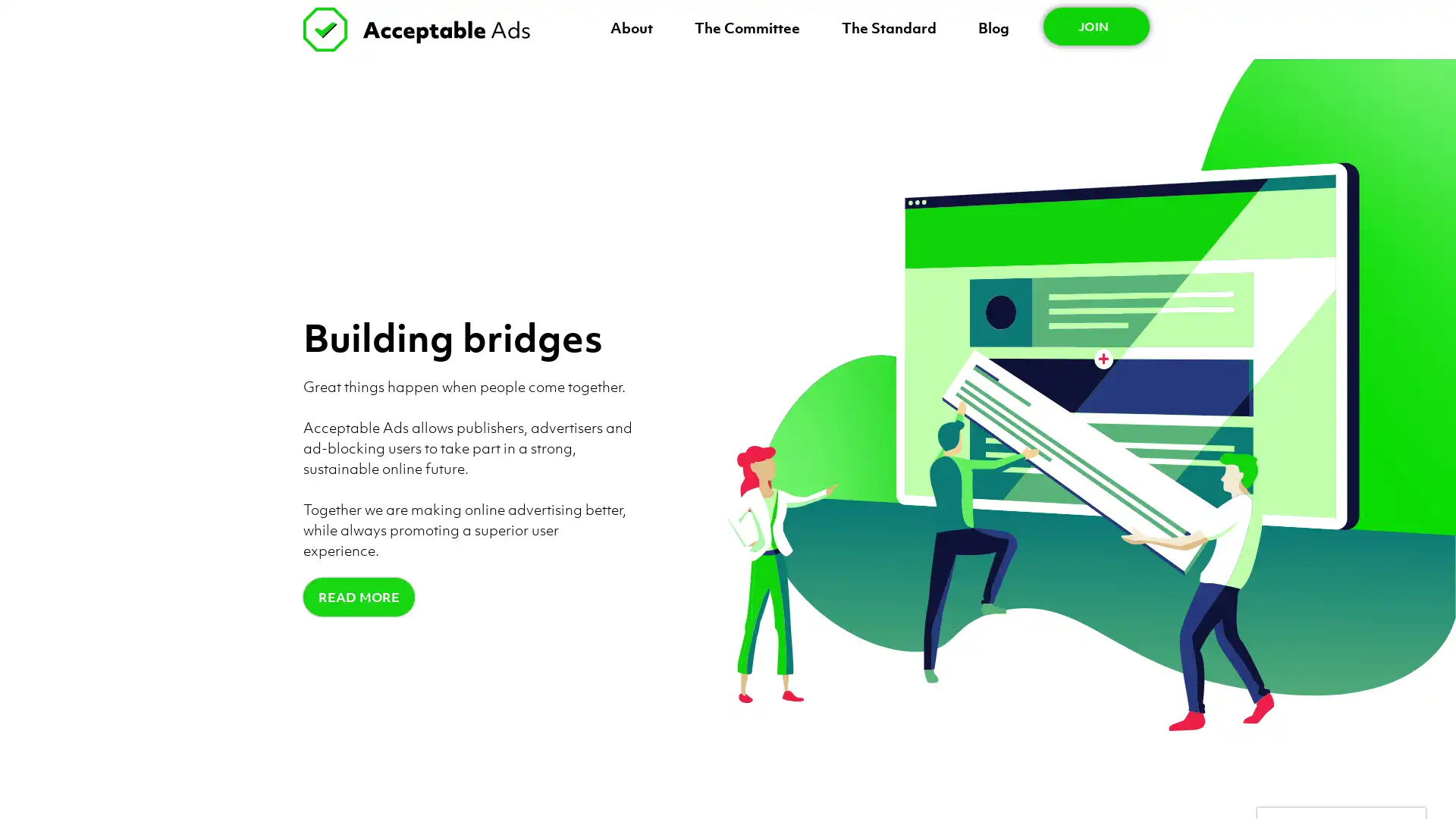 The image size is (1456, 819). What do you see at coordinates (1095, 26) in the screenshot?
I see `JOIN` at bounding box center [1095, 26].